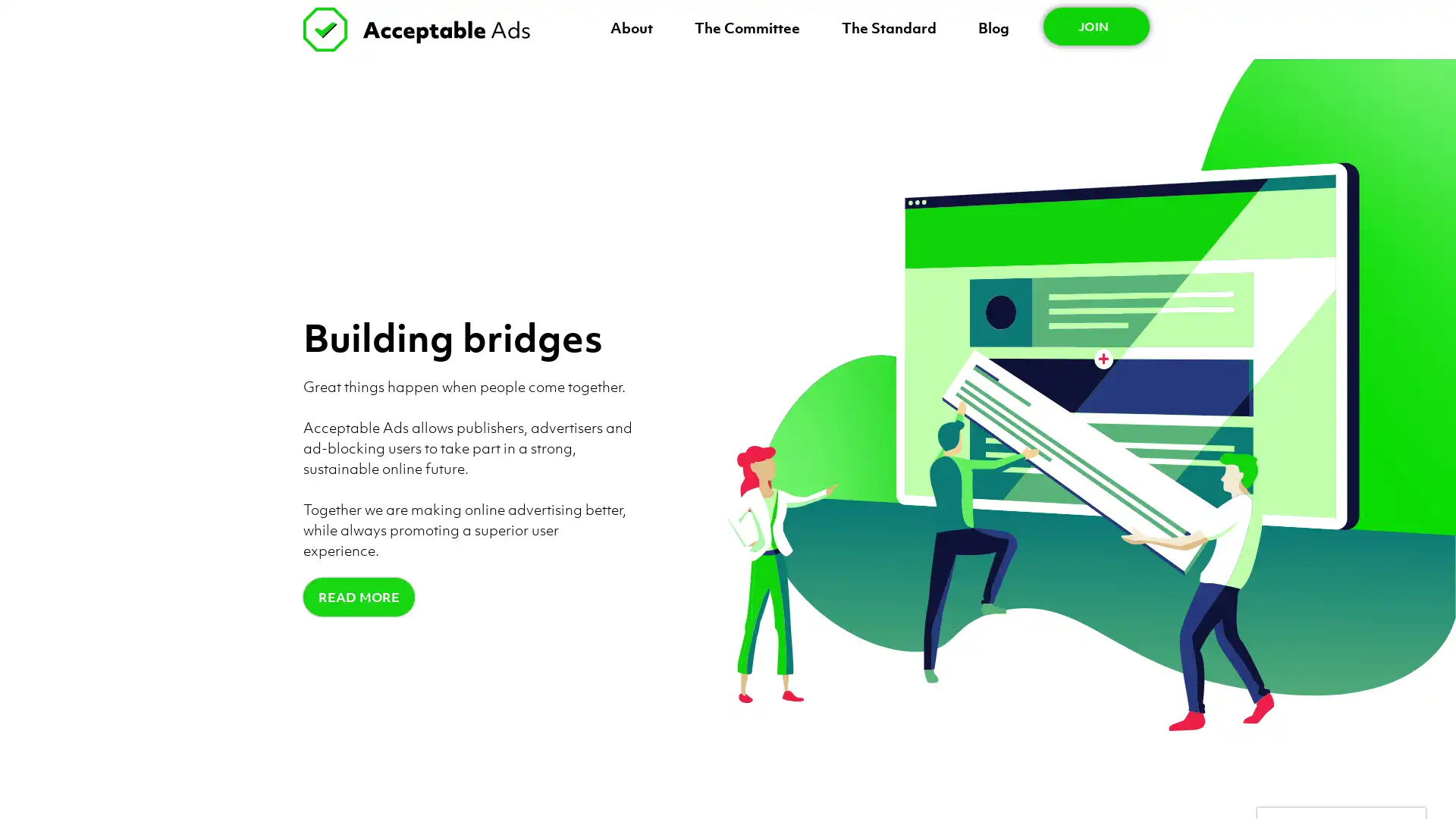 The image size is (1456, 819). What do you see at coordinates (1095, 26) in the screenshot?
I see `JOIN` at bounding box center [1095, 26].